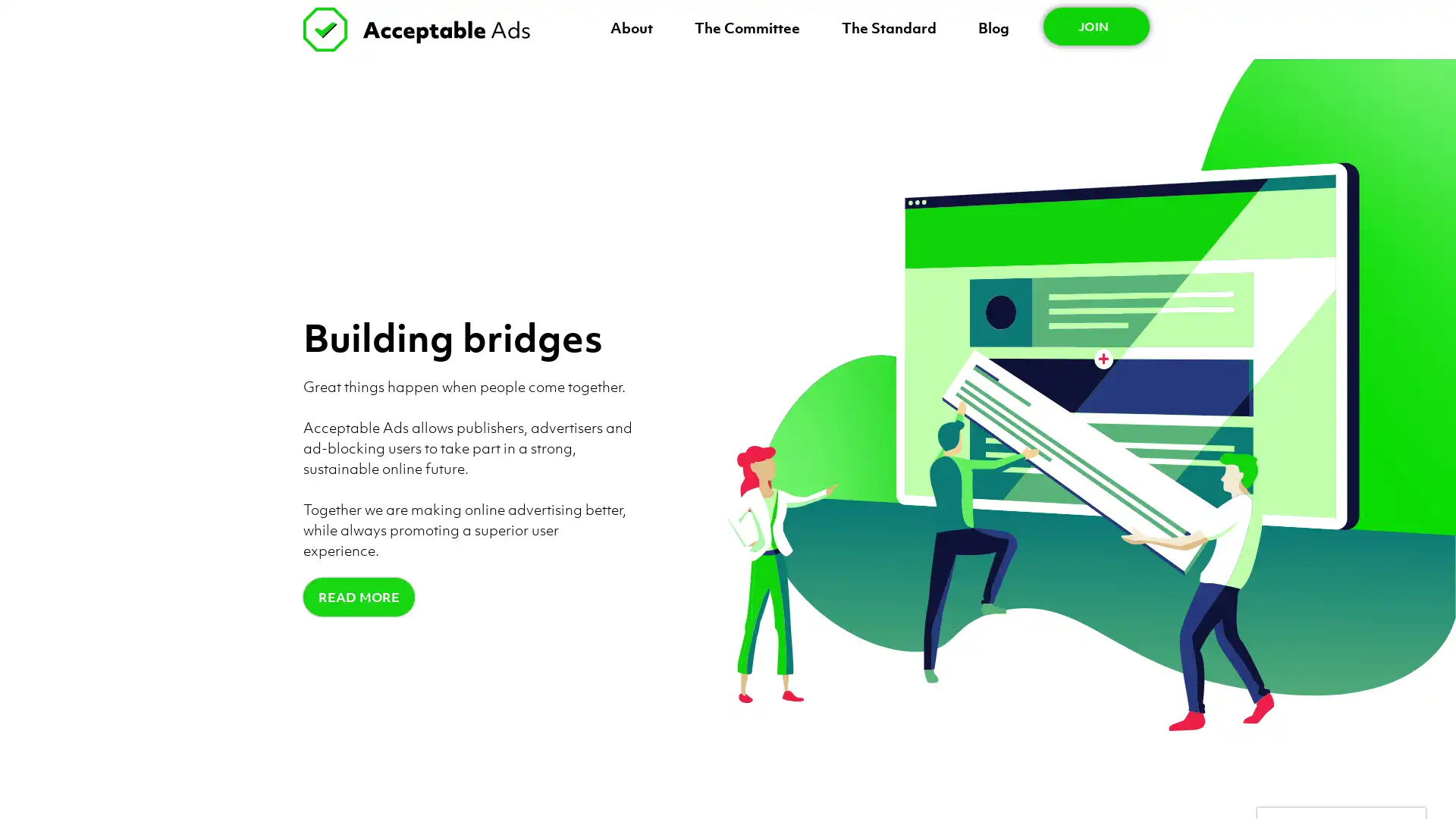 The image size is (1456, 819). What do you see at coordinates (1095, 26) in the screenshot?
I see `JOIN` at bounding box center [1095, 26].